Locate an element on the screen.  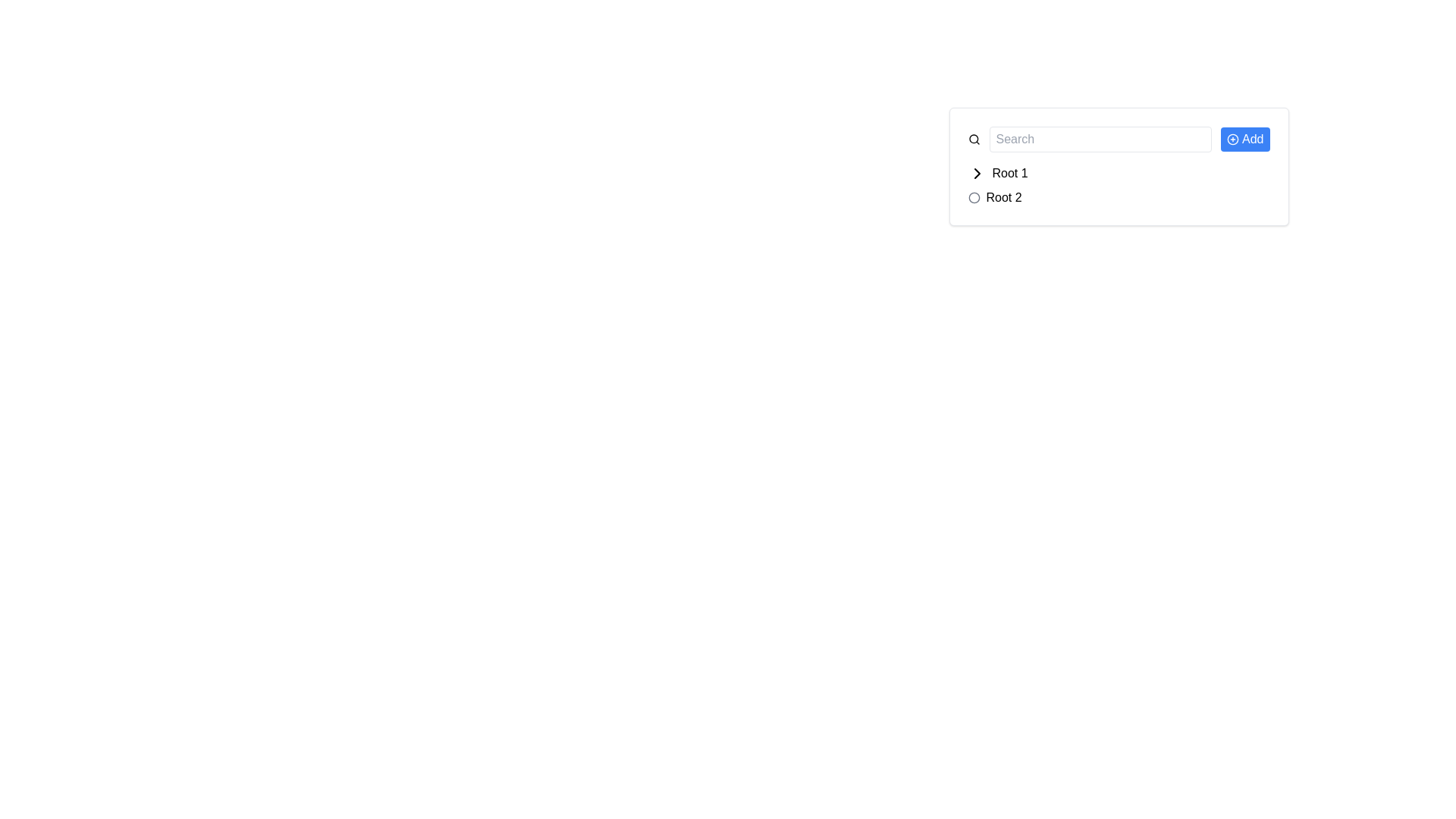
the second list item in the vertical group layout, which is positioned directly below the 'Root 1' item is located at coordinates (1119, 197).